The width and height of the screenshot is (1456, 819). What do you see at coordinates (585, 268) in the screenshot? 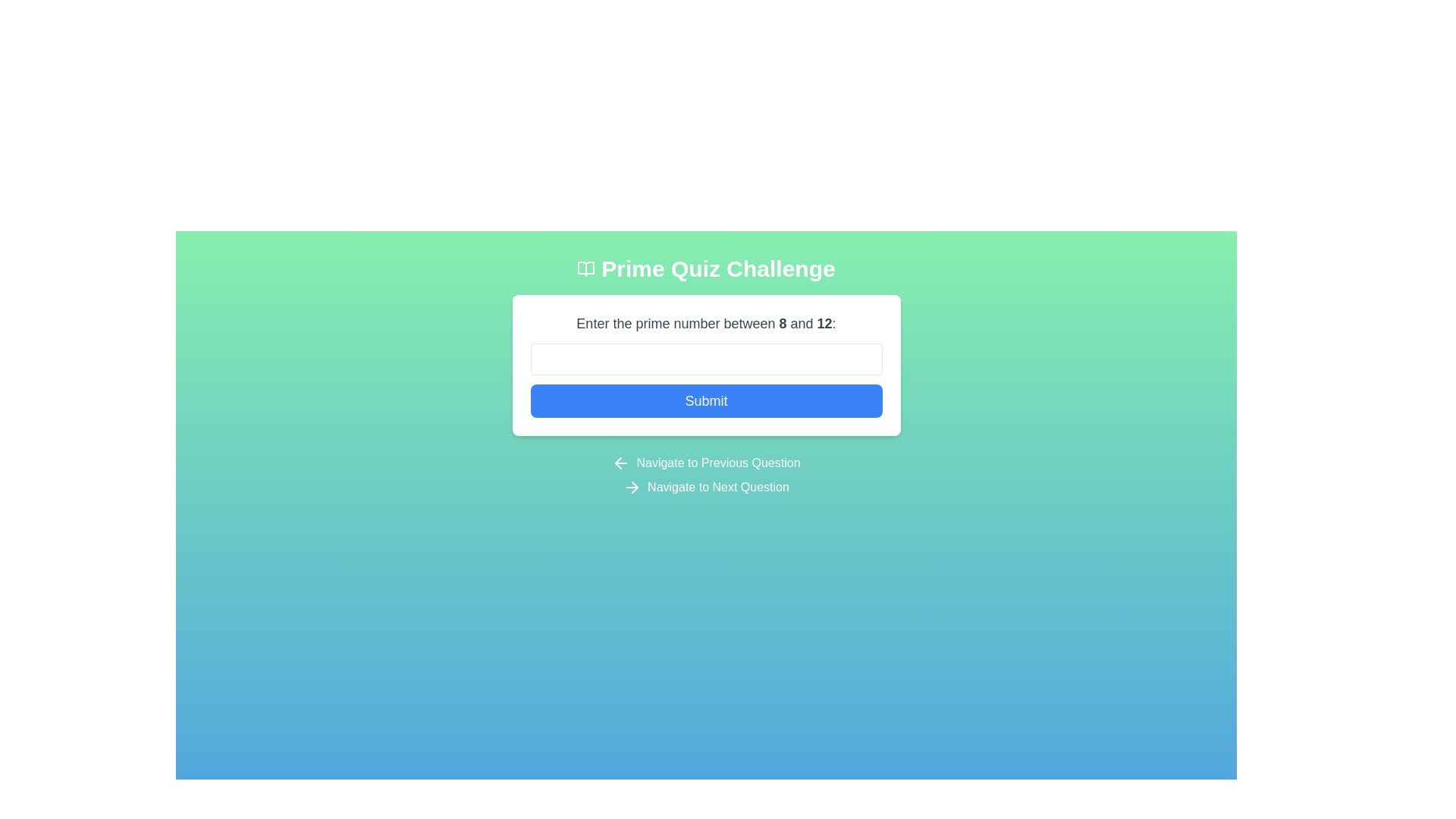
I see `the decorative icon located to the left of the 'Prime Quiz Challenge' text in the header area of the interface` at bounding box center [585, 268].